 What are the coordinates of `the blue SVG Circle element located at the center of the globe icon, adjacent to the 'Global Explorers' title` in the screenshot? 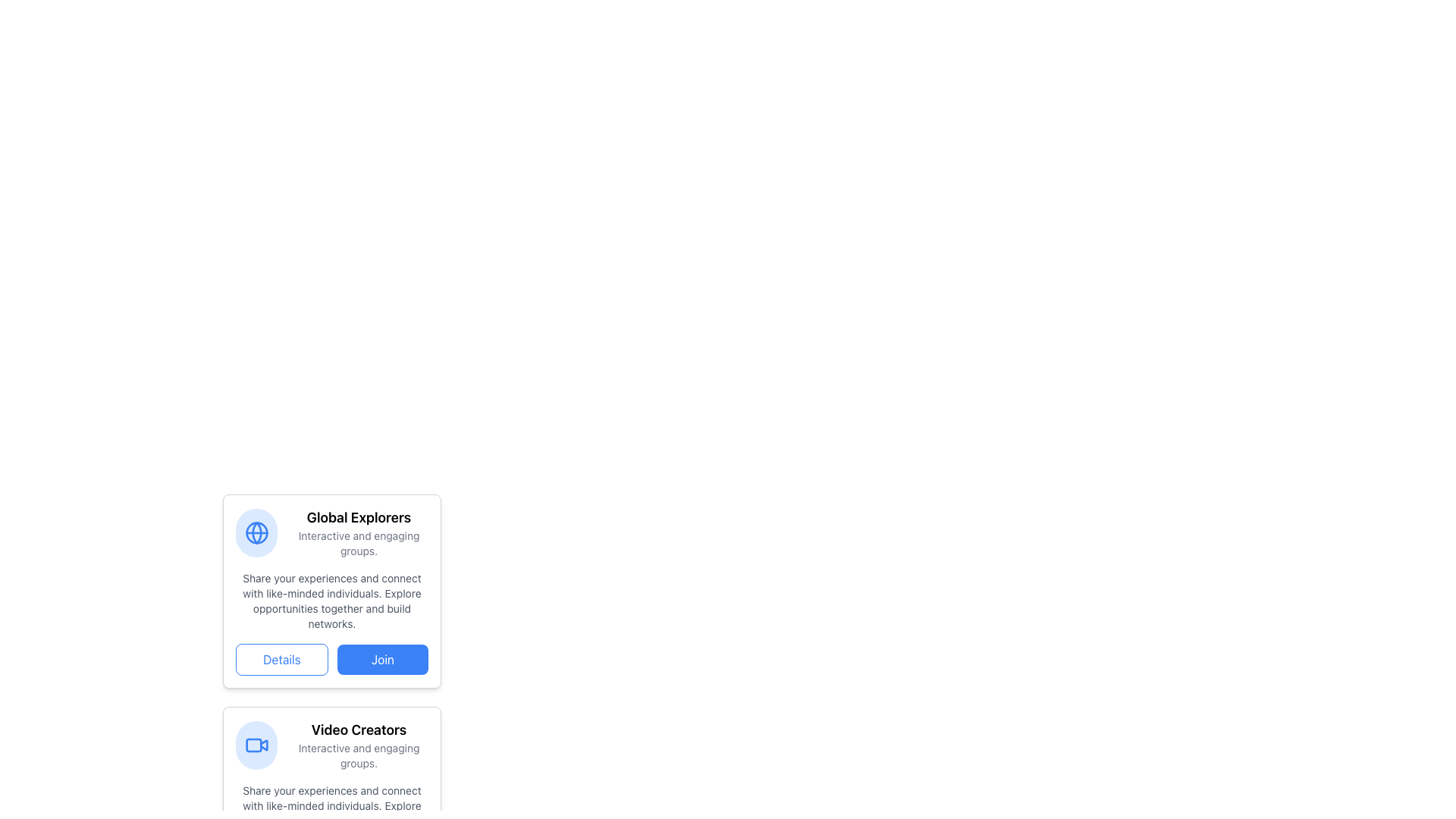 It's located at (256, 532).